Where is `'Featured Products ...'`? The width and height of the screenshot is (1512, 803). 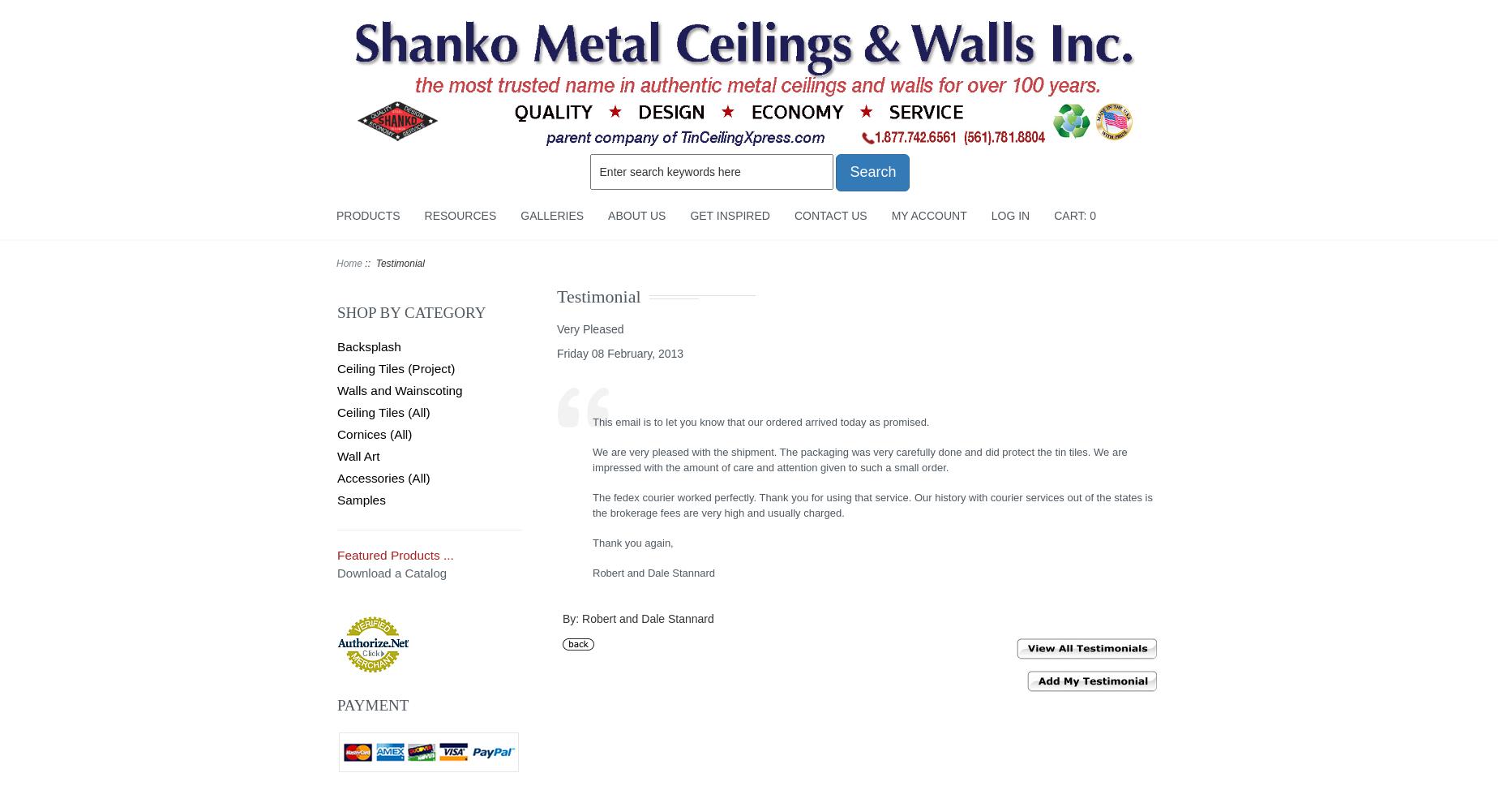
'Featured Products ...' is located at coordinates (394, 554).